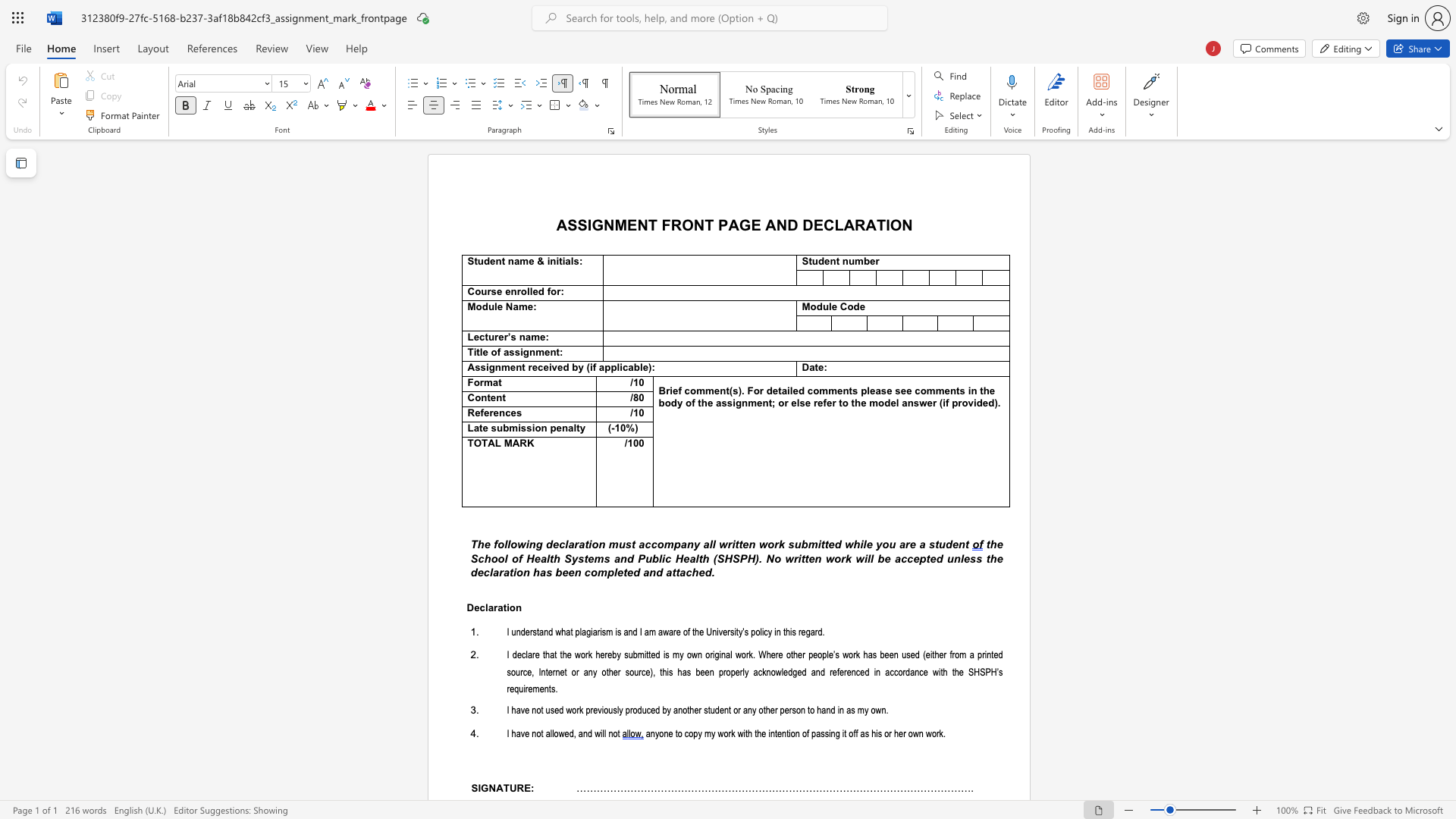 This screenshot has width=1456, height=819. I want to click on the subset text "following" within the text "following d", so click(494, 544).